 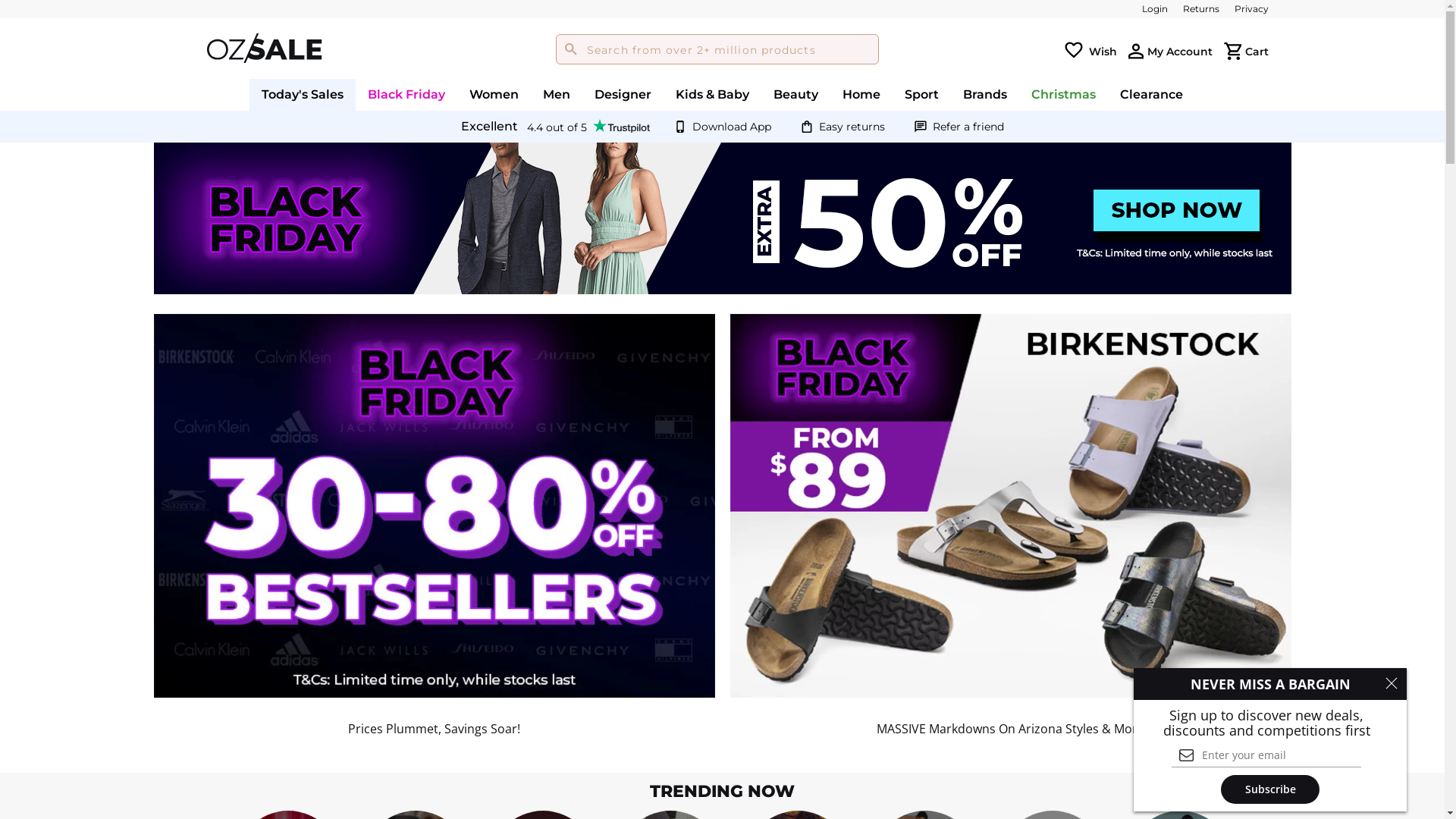 What do you see at coordinates (406, 94) in the screenshot?
I see `'Black Friday'` at bounding box center [406, 94].